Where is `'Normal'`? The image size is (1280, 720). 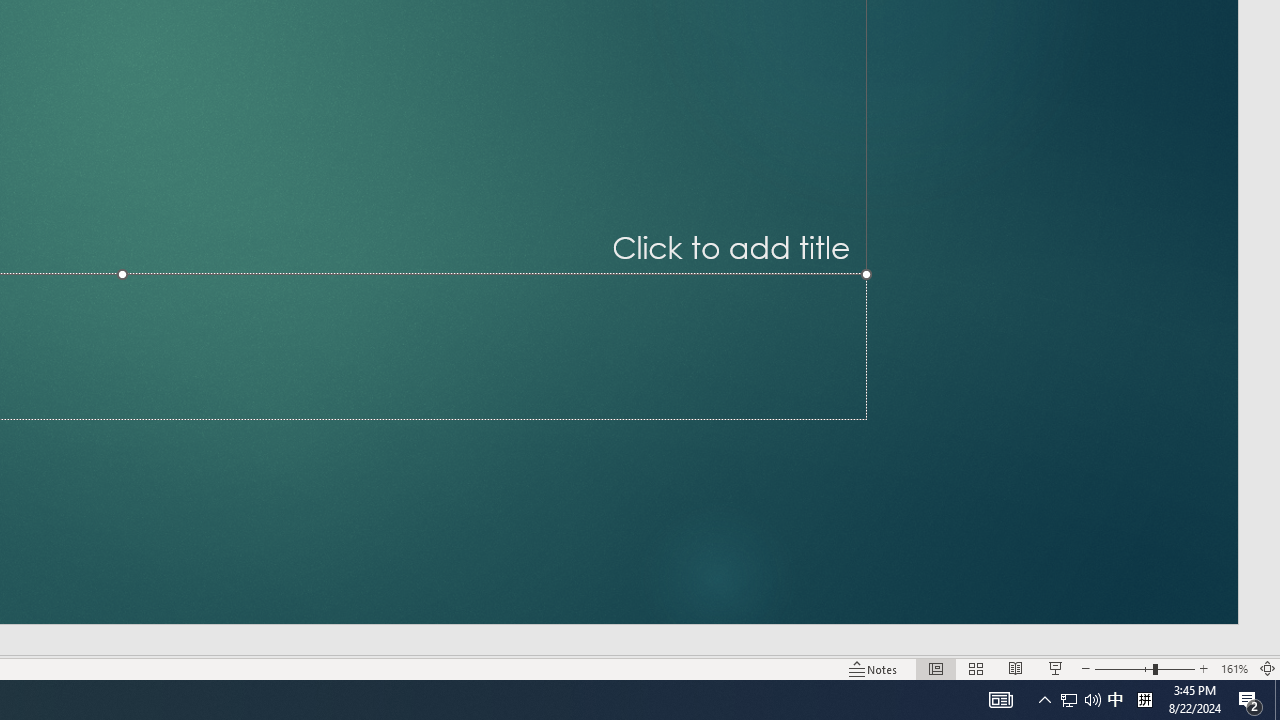 'Normal' is located at coordinates (935, 669).